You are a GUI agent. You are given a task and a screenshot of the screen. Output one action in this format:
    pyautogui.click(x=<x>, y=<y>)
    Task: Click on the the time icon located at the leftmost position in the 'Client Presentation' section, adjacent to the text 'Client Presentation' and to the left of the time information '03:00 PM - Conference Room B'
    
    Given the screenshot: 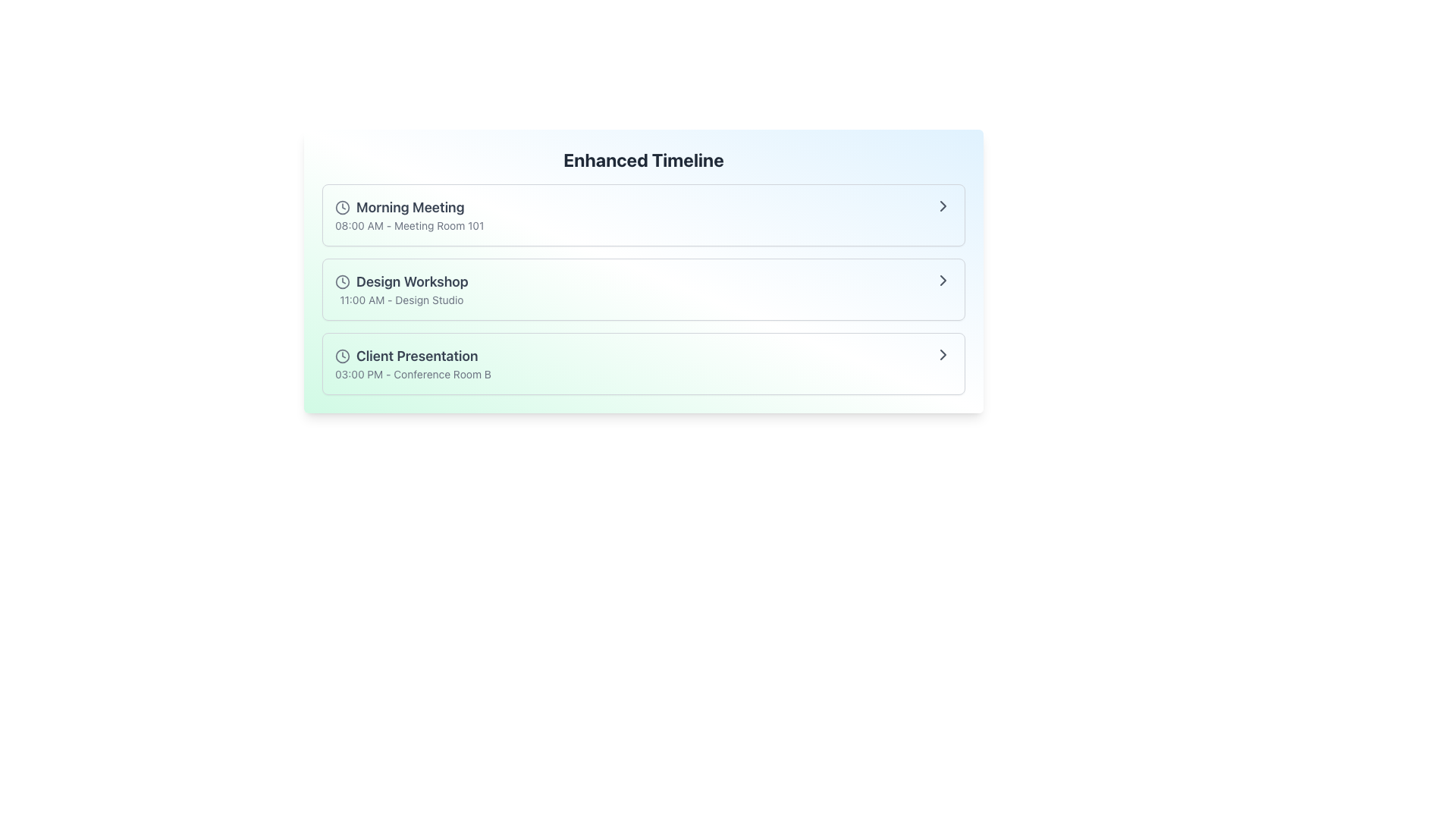 What is the action you would take?
    pyautogui.click(x=341, y=356)
    